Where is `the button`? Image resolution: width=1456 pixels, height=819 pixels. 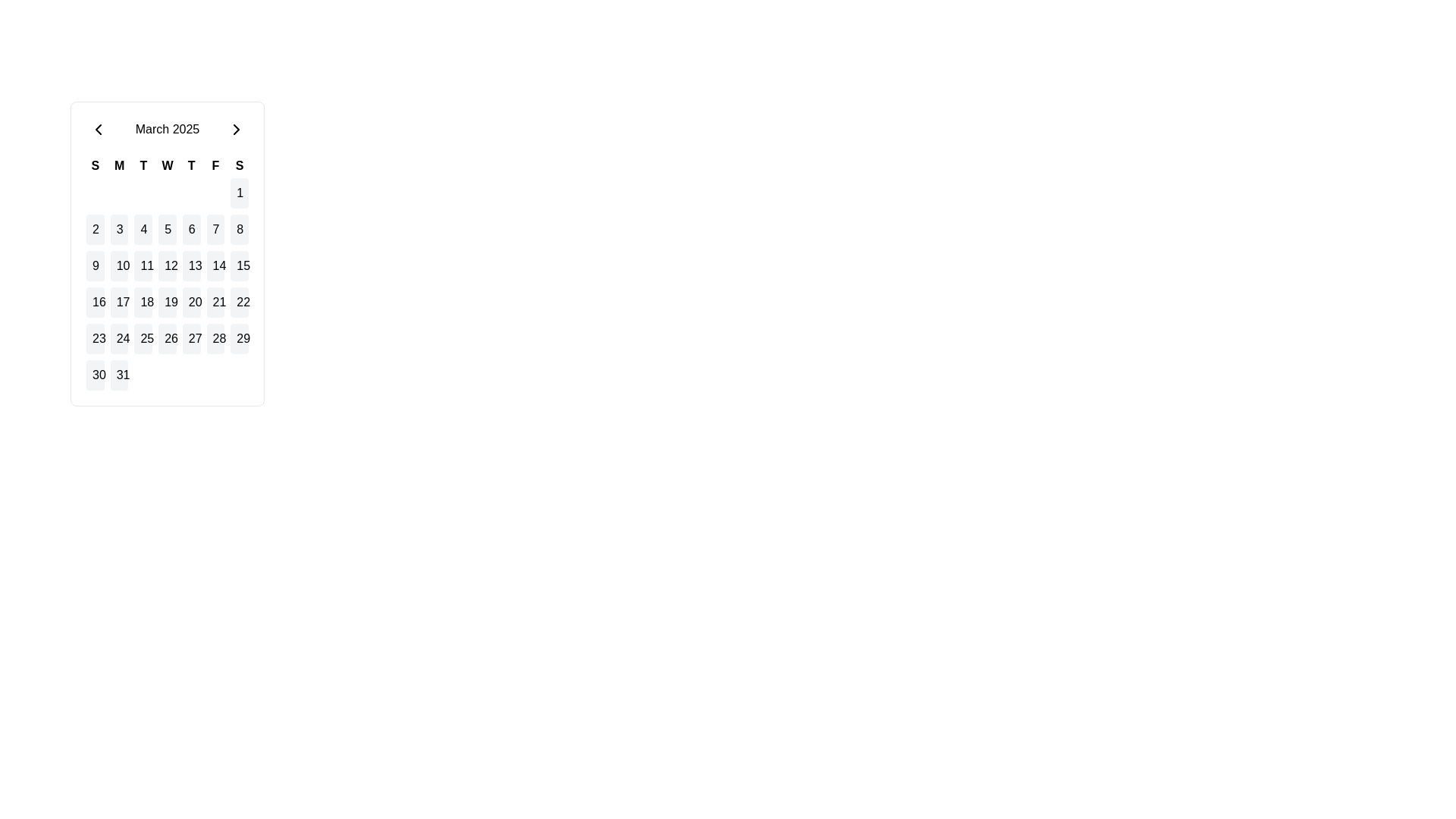 the button is located at coordinates (94, 230).